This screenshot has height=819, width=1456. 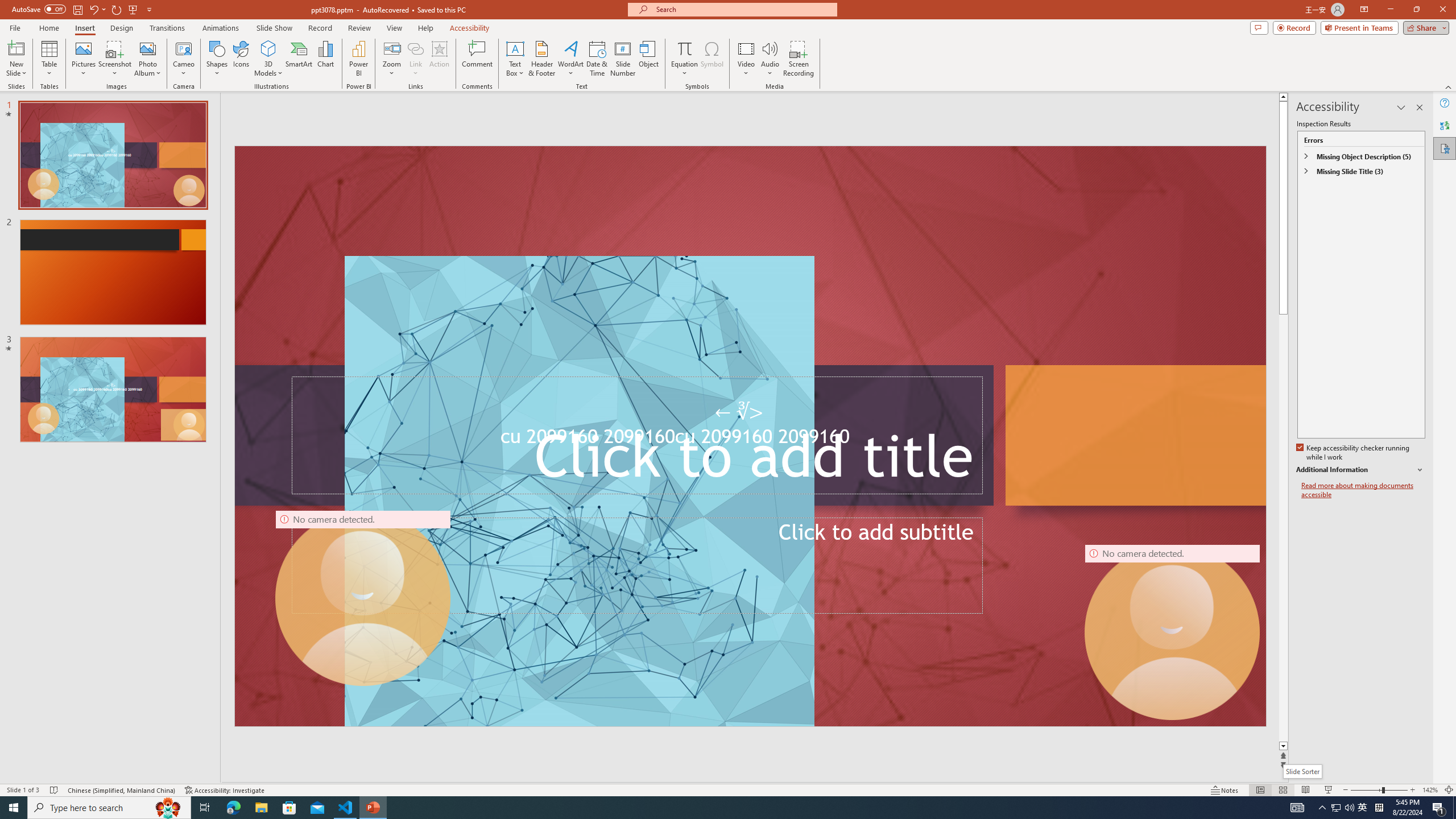 I want to click on 'Equation', so click(x=684, y=48).